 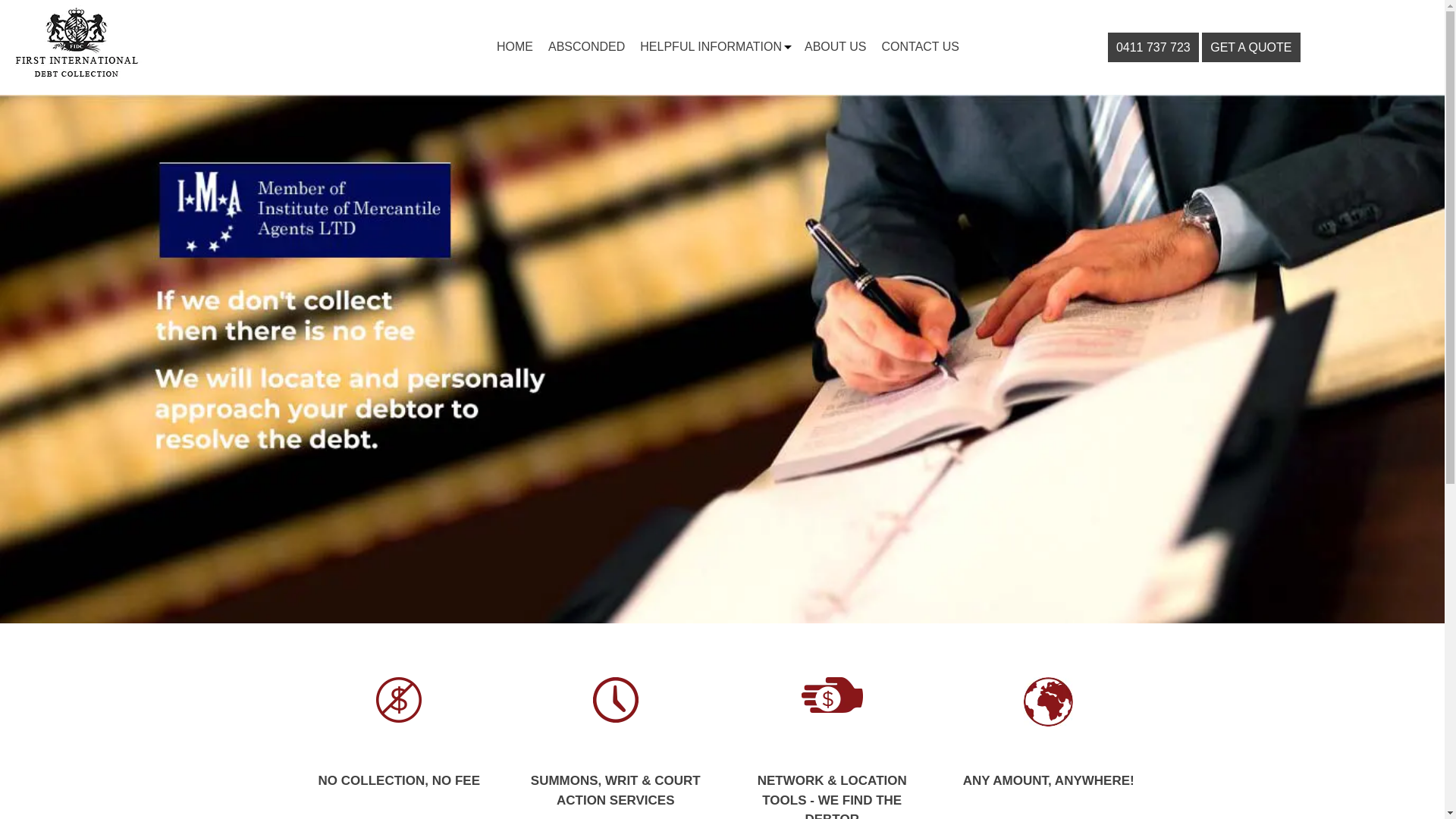 I want to click on 'ABOUT US', so click(x=835, y=45).